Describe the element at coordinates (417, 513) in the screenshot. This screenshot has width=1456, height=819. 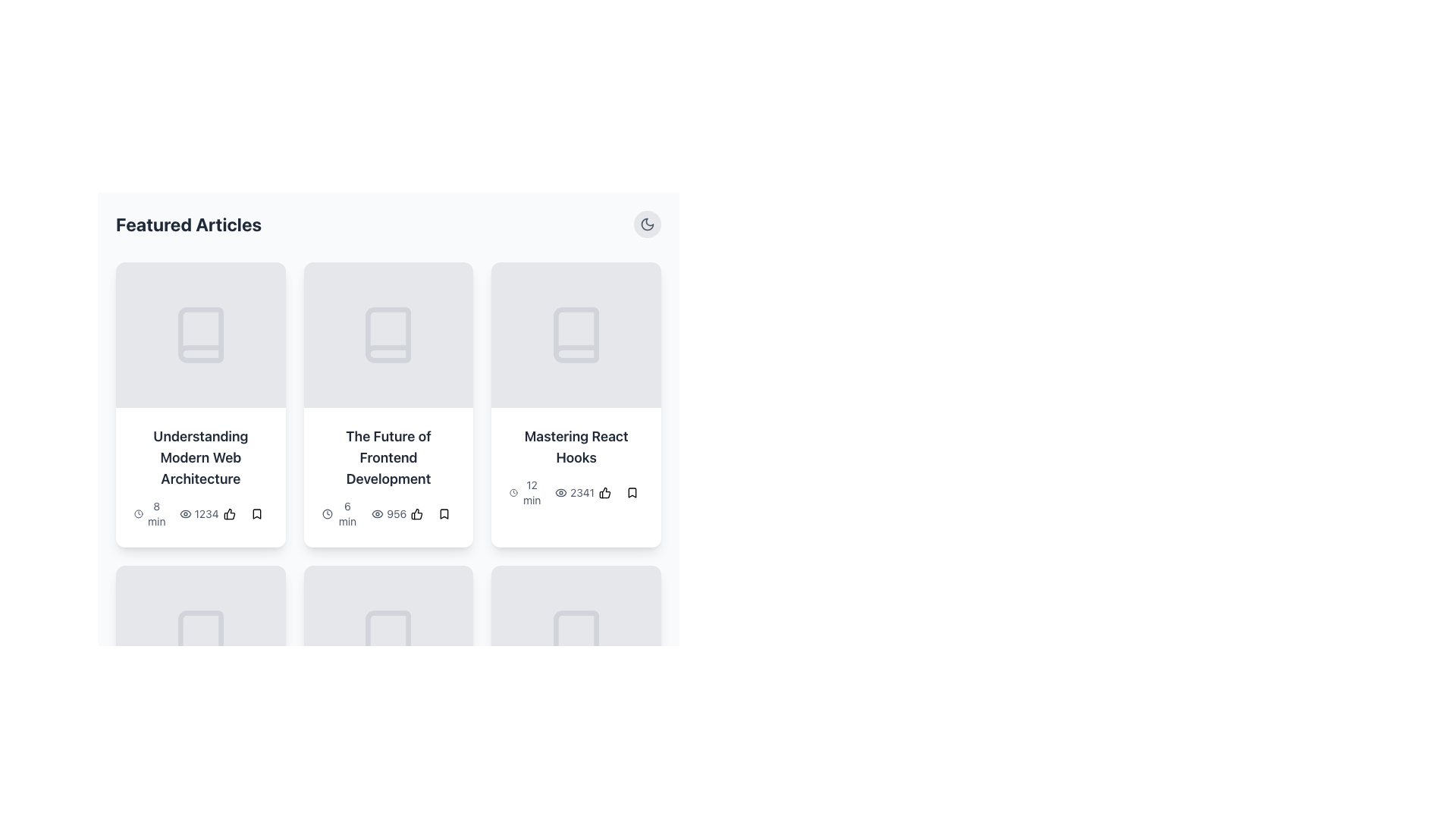
I see `the circular thumbs-up button located in the footer of the article card titled 'The Future of Frontend Development', to the right of the view count label displaying '956'` at that location.